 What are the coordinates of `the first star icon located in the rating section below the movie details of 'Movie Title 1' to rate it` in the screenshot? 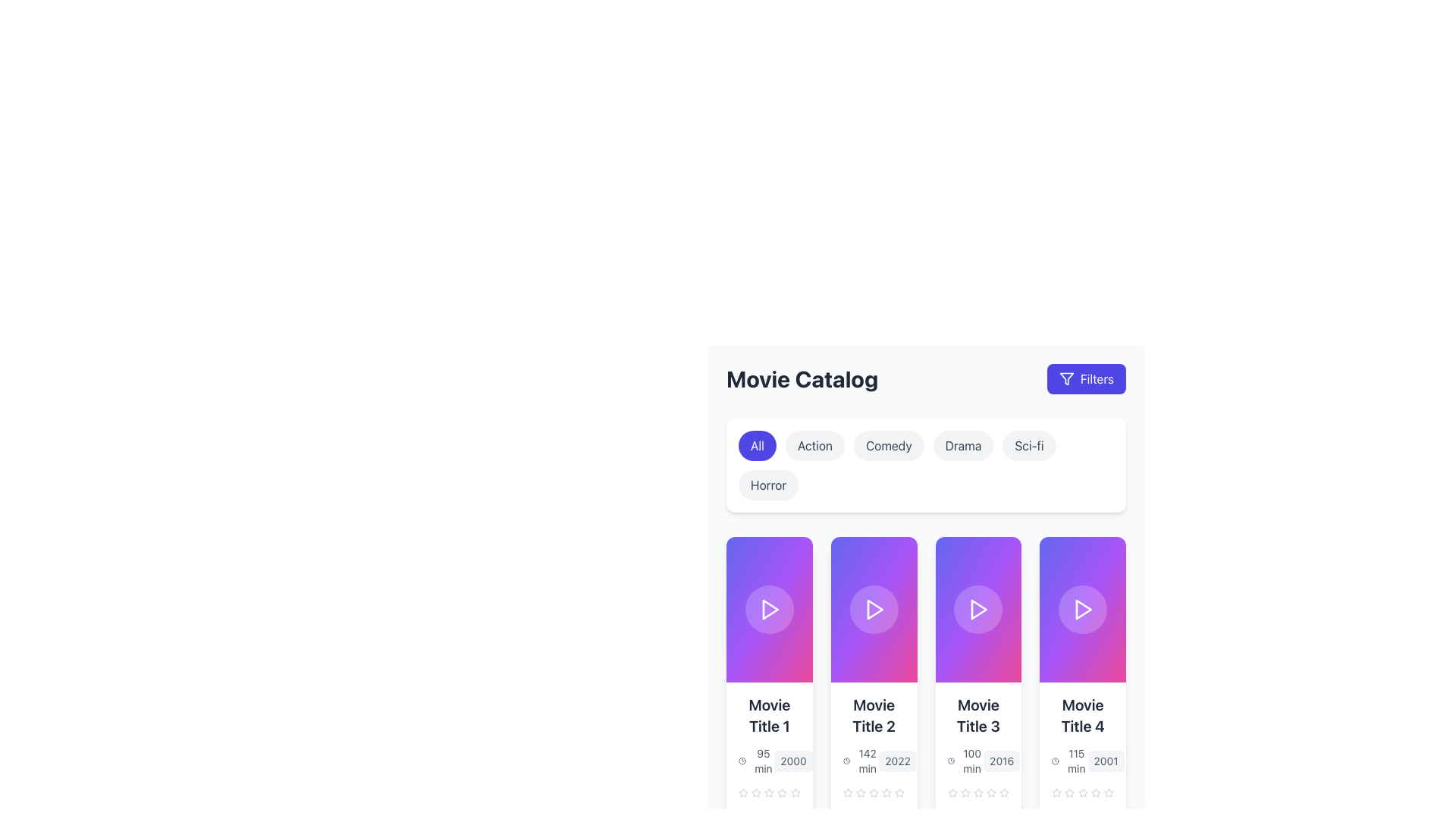 It's located at (783, 792).